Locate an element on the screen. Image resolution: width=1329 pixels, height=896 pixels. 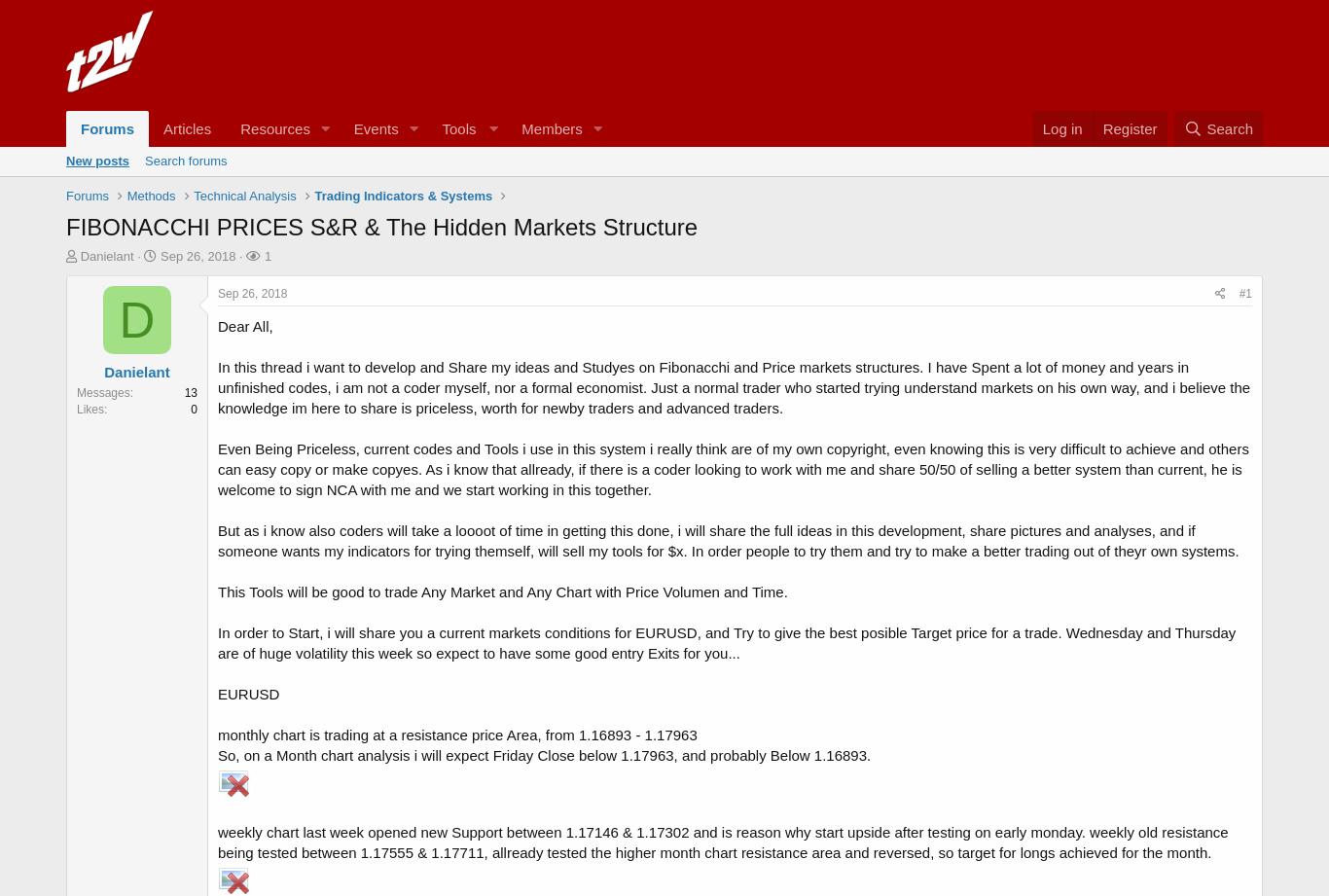
'1' is located at coordinates (267, 255).